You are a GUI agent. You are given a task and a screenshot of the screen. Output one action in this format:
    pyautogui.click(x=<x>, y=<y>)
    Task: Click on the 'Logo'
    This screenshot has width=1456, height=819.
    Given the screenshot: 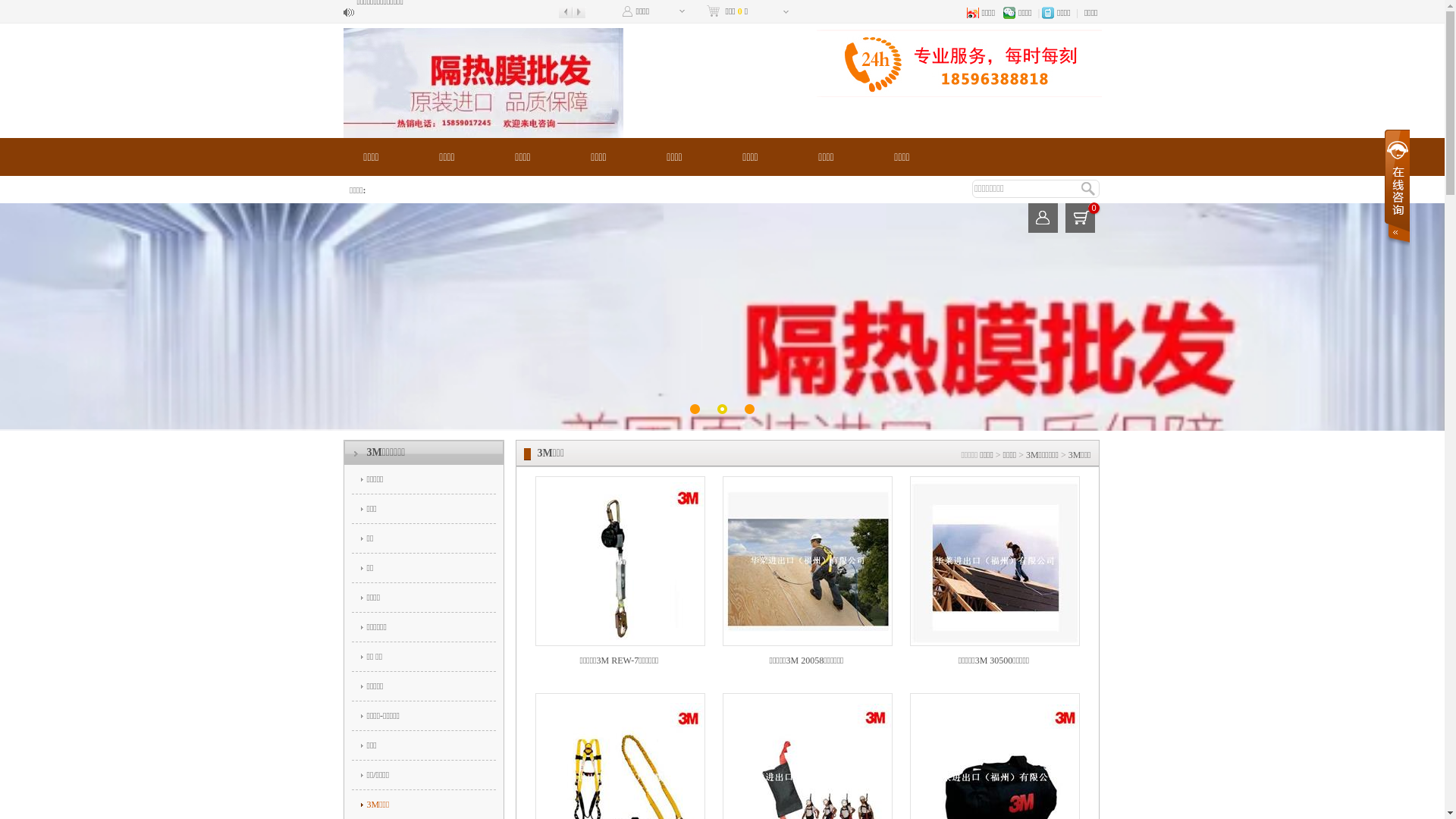 What is the action you would take?
    pyautogui.click(x=482, y=83)
    